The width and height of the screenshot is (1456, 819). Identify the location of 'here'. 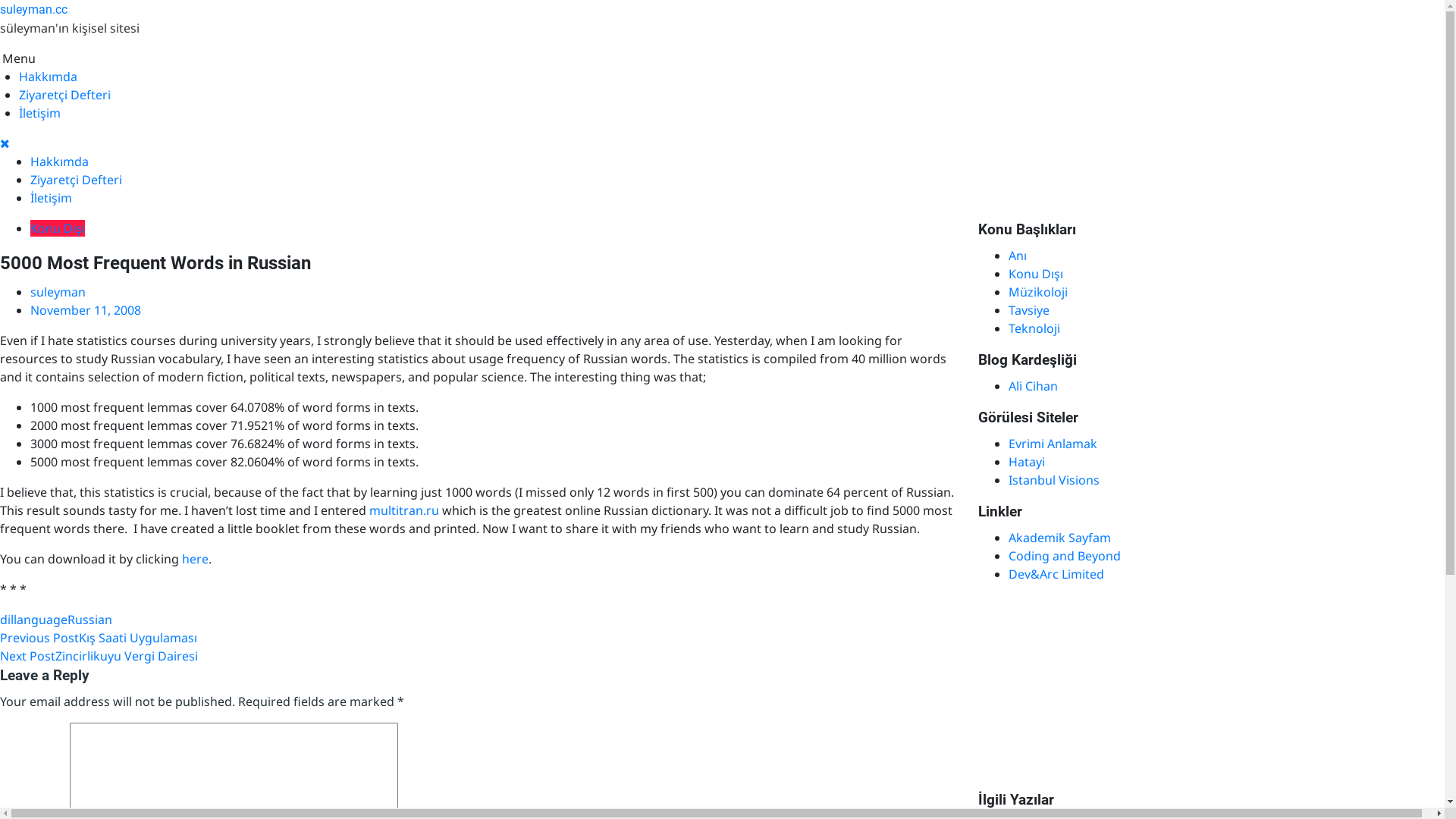
(194, 558).